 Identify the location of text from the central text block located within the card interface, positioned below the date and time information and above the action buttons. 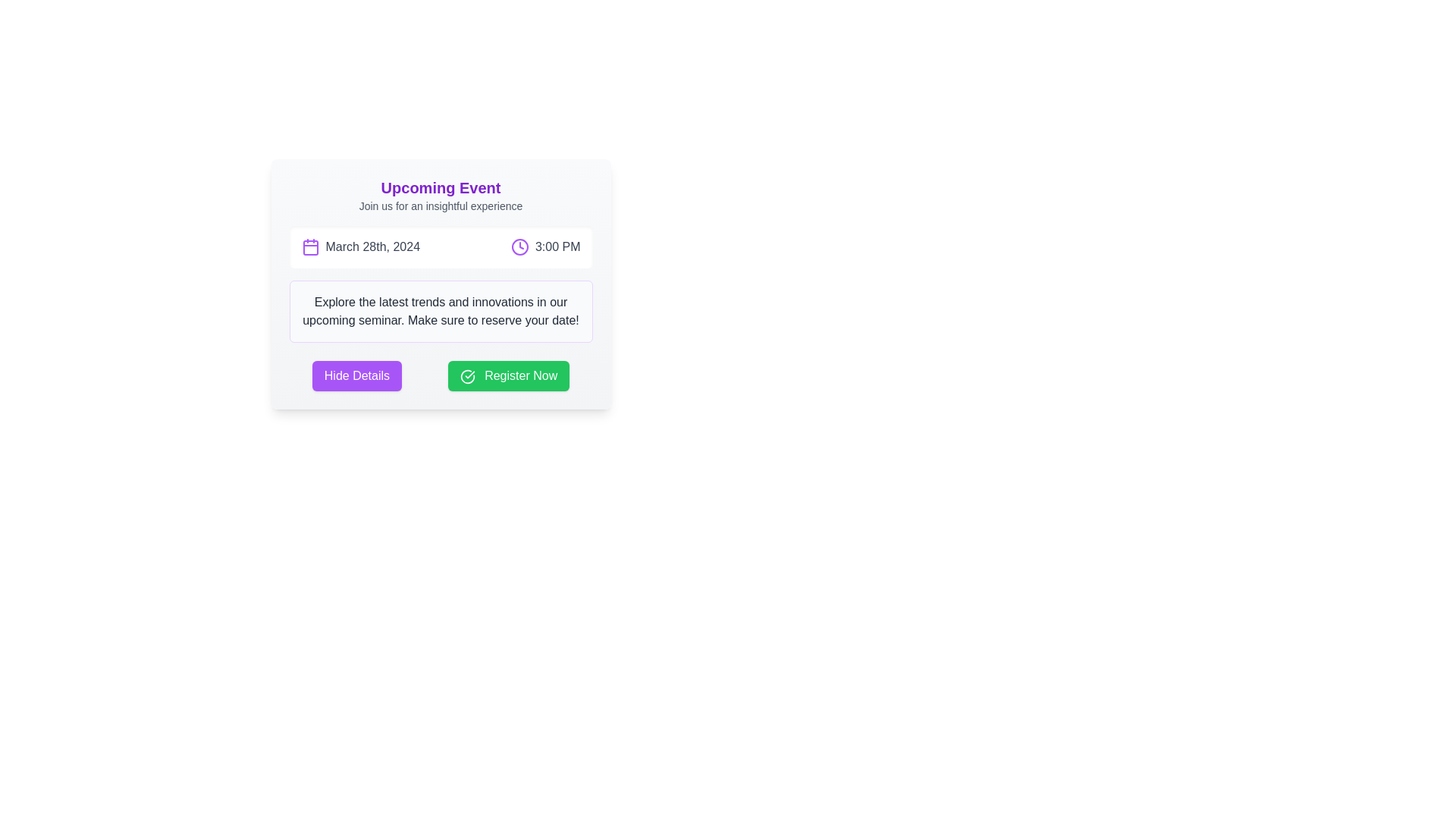
(440, 311).